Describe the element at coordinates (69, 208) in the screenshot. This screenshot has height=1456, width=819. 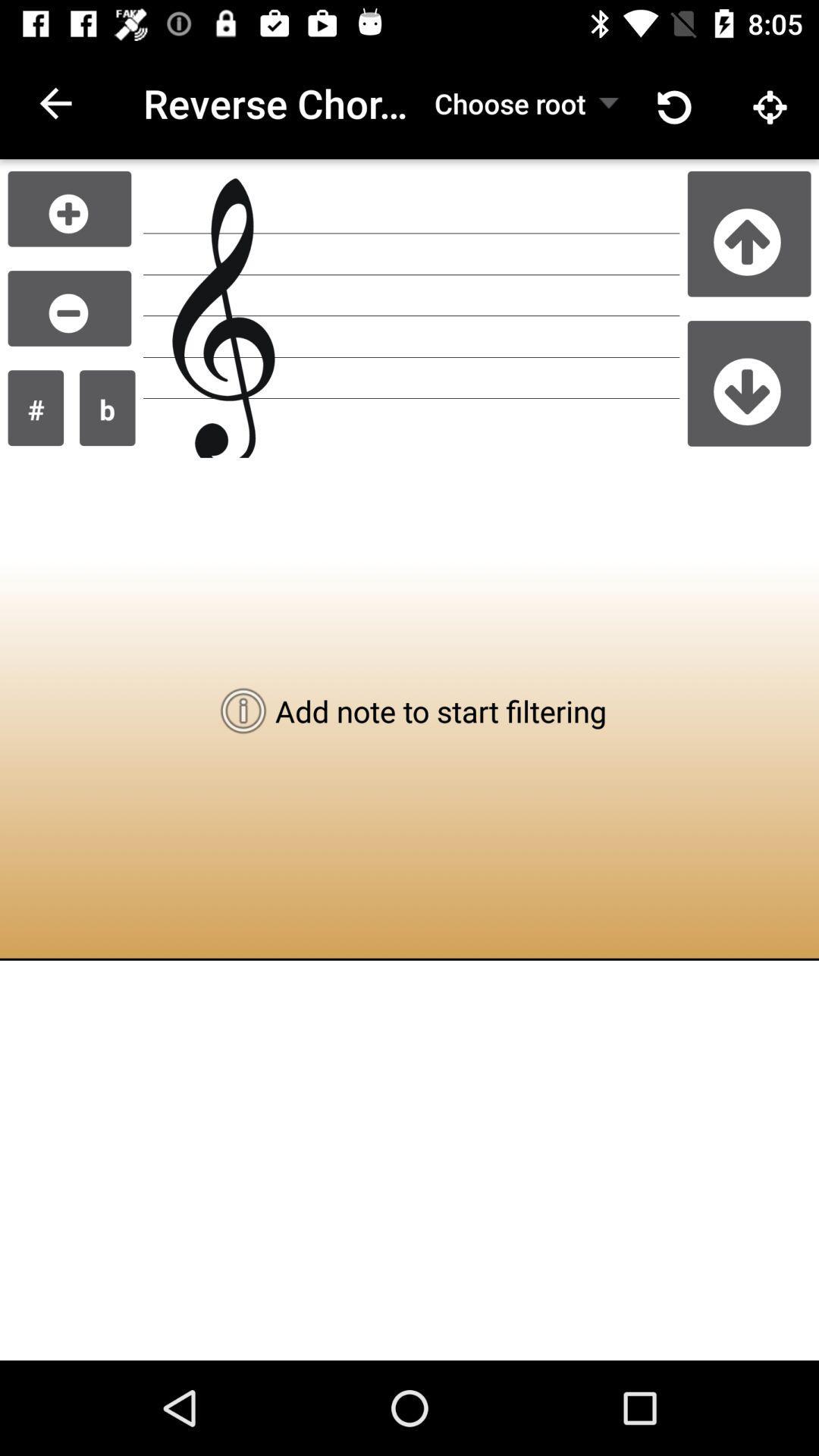
I see `input` at that location.